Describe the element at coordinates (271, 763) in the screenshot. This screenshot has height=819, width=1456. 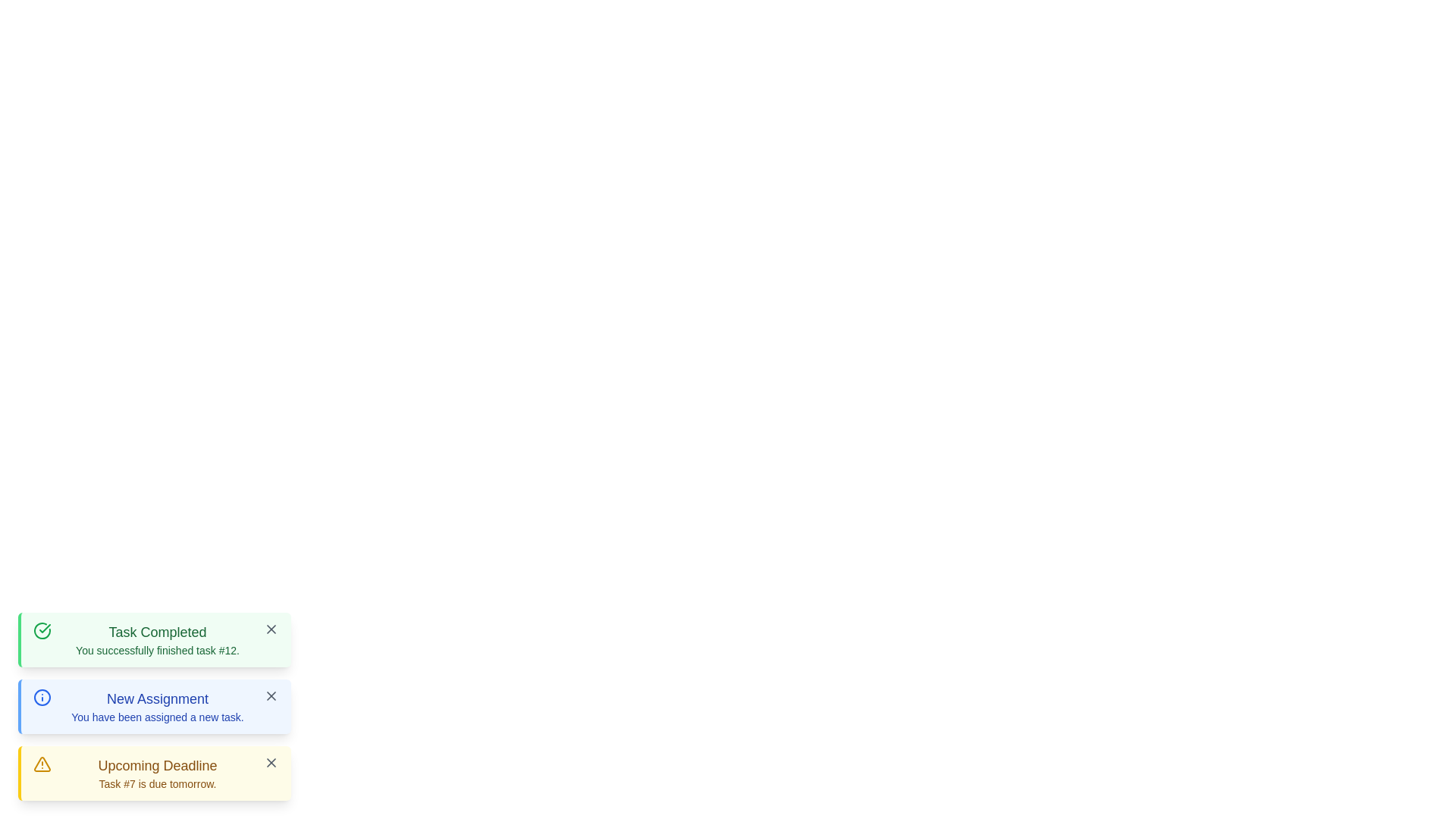
I see `the 'X' icon in the bottom notification labeled 'Upcoming Deadline'` at that location.